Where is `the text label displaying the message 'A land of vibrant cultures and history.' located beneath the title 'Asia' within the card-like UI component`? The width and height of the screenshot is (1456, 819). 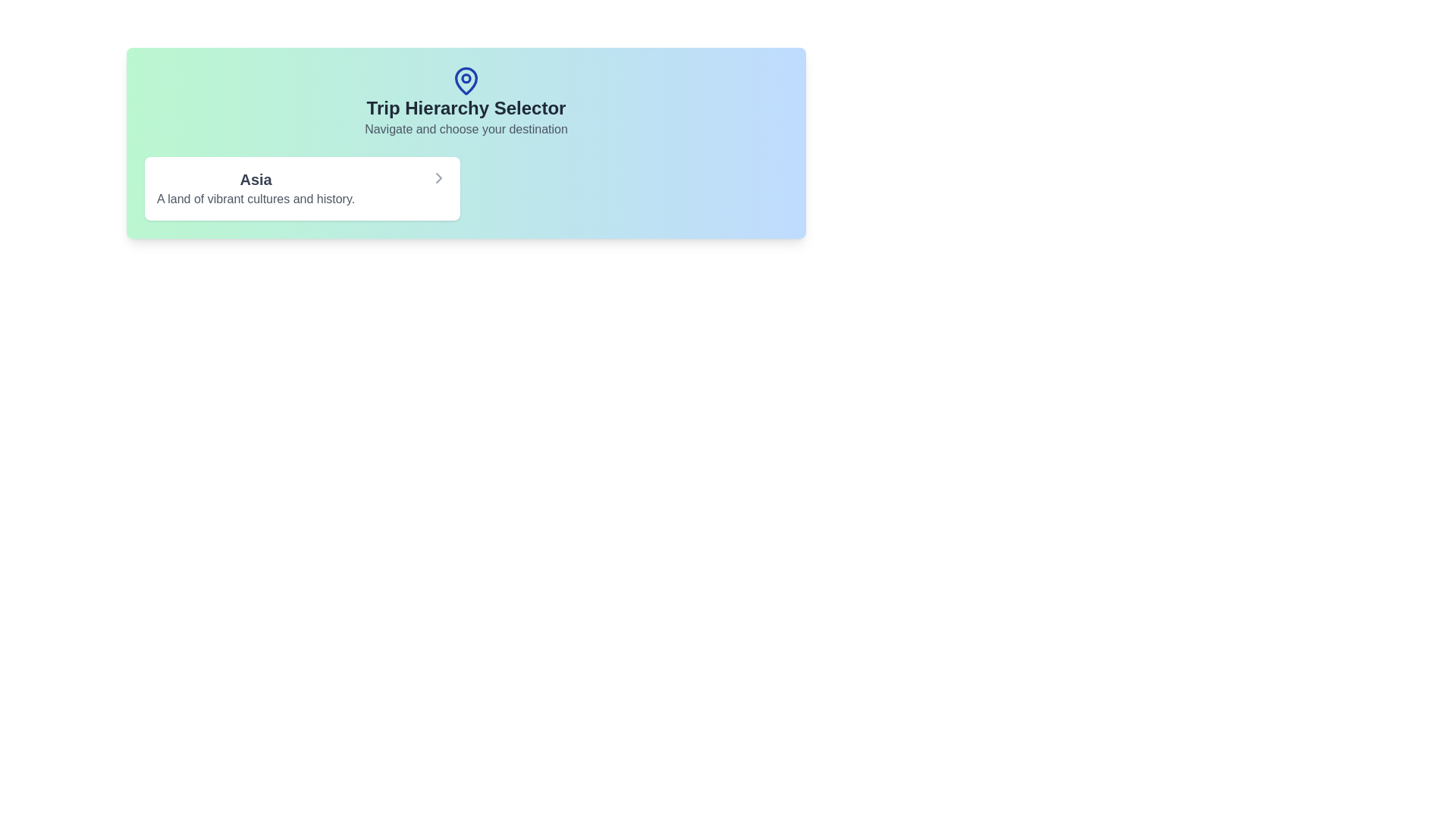 the text label displaying the message 'A land of vibrant cultures and history.' located beneath the title 'Asia' within the card-like UI component is located at coordinates (256, 198).